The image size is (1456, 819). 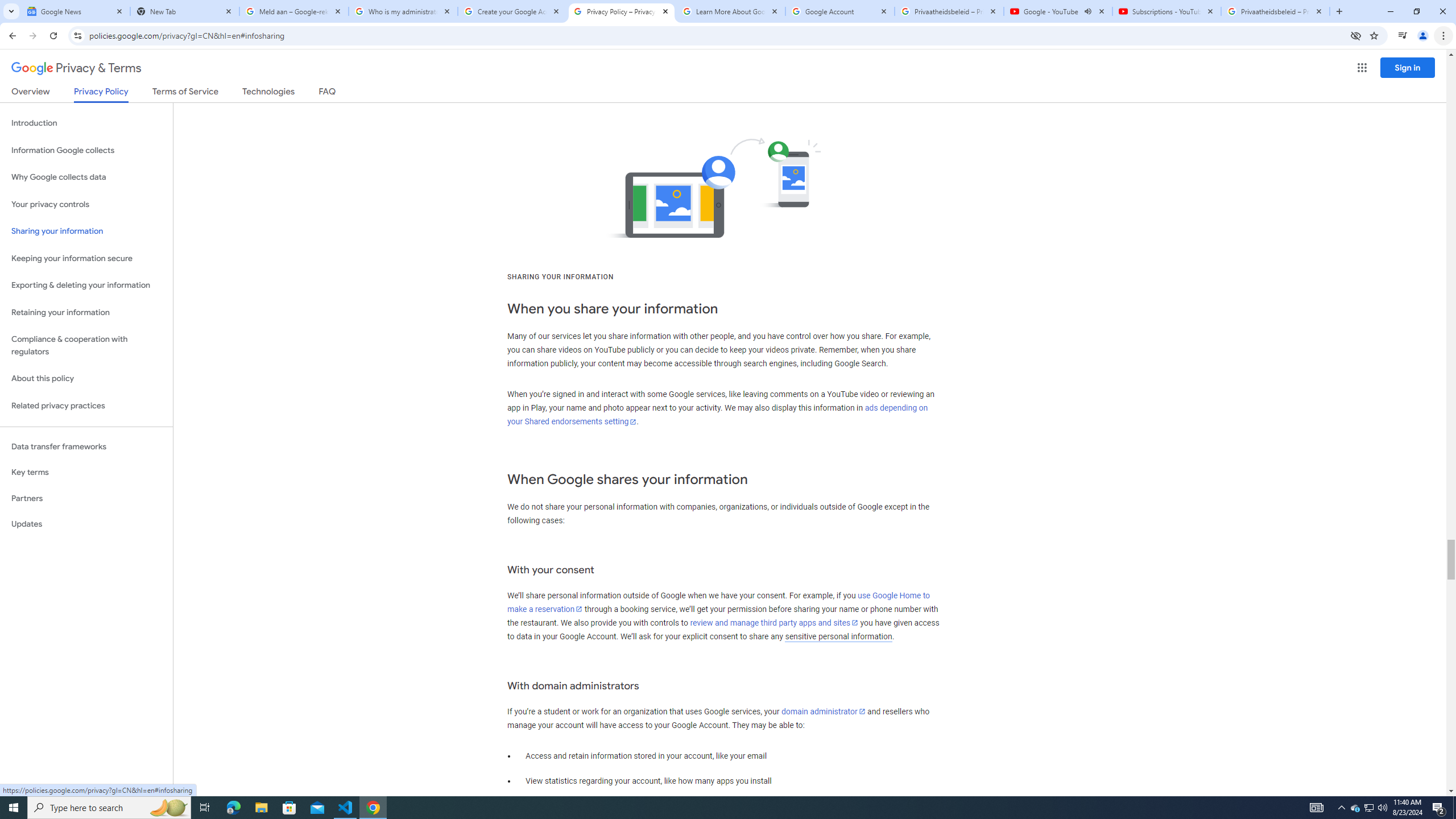 What do you see at coordinates (76, 11) in the screenshot?
I see `'Google News'` at bounding box center [76, 11].